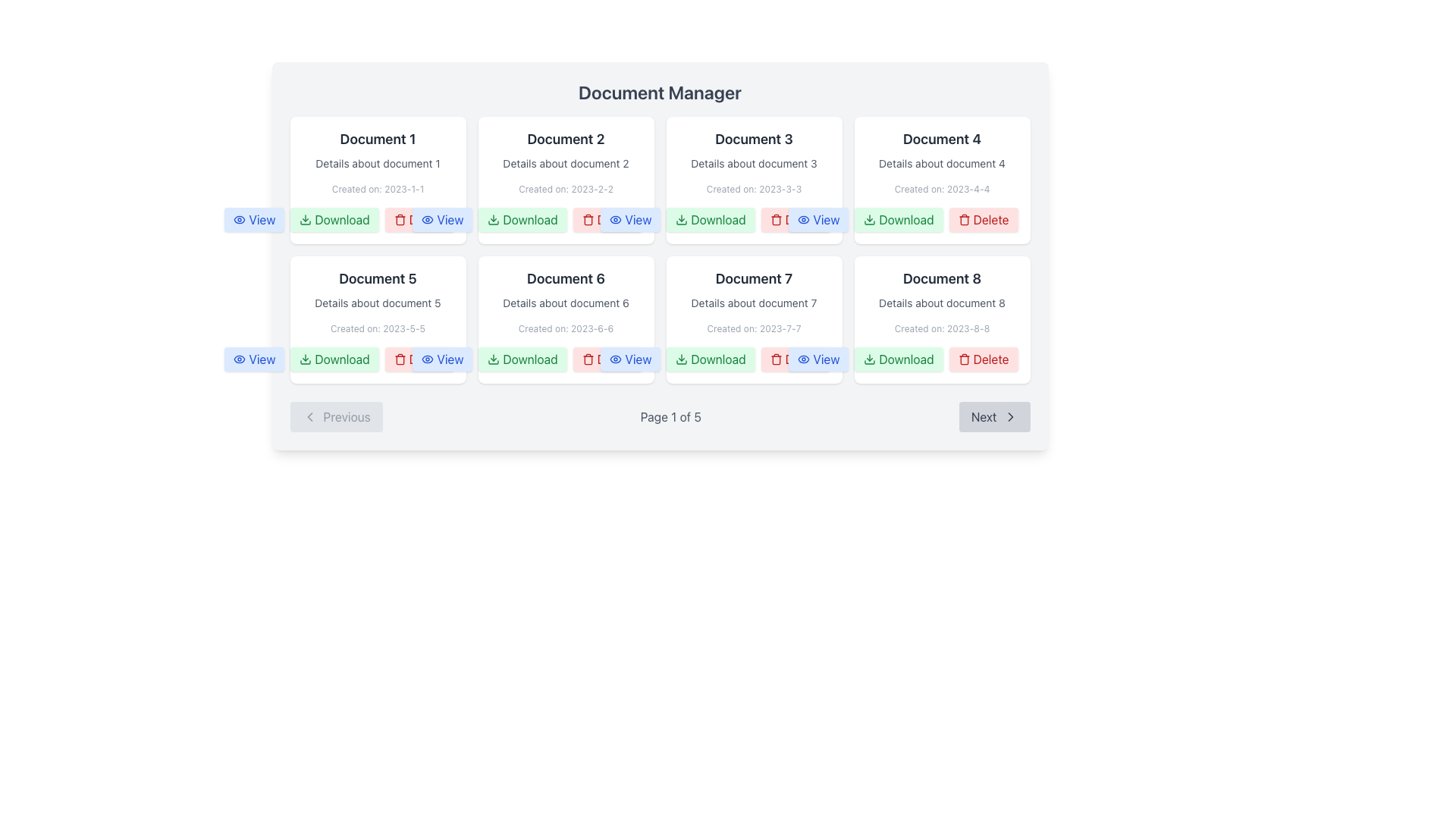  Describe the element at coordinates (400, 221) in the screenshot. I see `the delete icon button located below the document, which is the second interactive icon from the left in the control group` at that location.